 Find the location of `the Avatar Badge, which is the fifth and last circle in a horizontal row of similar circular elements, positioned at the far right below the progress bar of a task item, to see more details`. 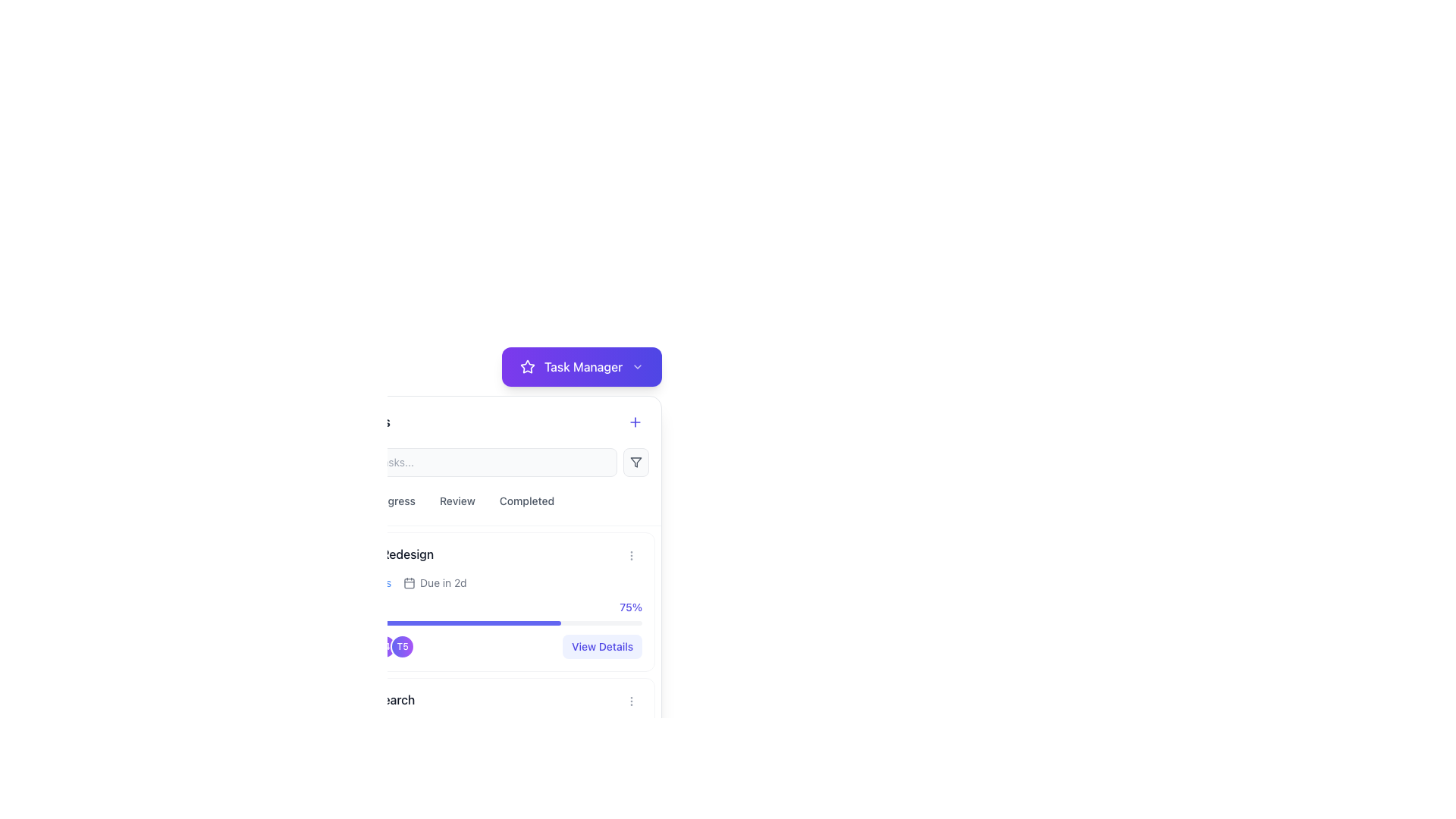

the Avatar Badge, which is the fifth and last circle in a horizontal row of similar circular elements, positioned at the far right below the progress bar of a task item, to see more details is located at coordinates (403, 646).